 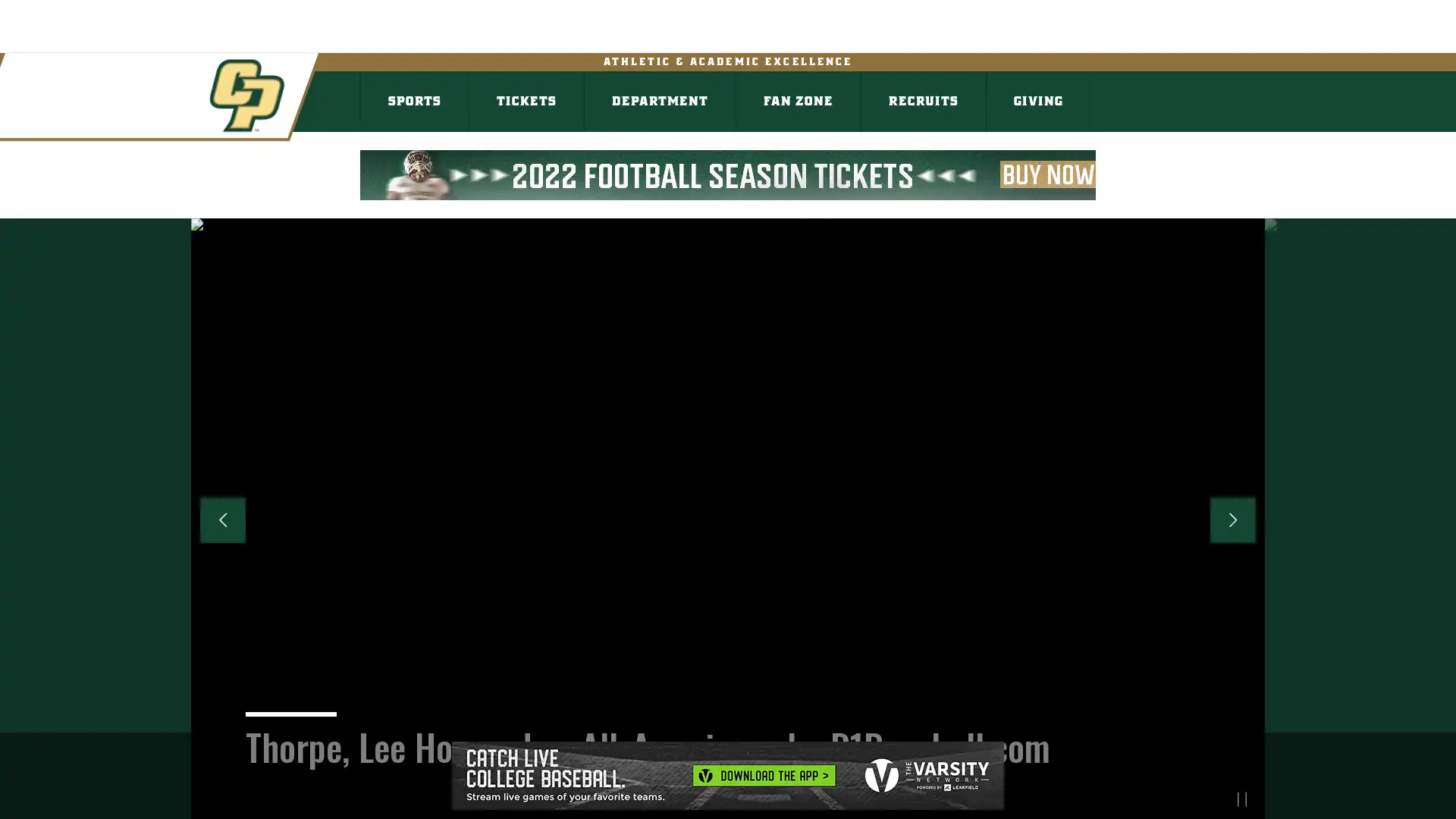 What do you see at coordinates (553, 40) in the screenshot?
I see `Toggle game links` at bounding box center [553, 40].